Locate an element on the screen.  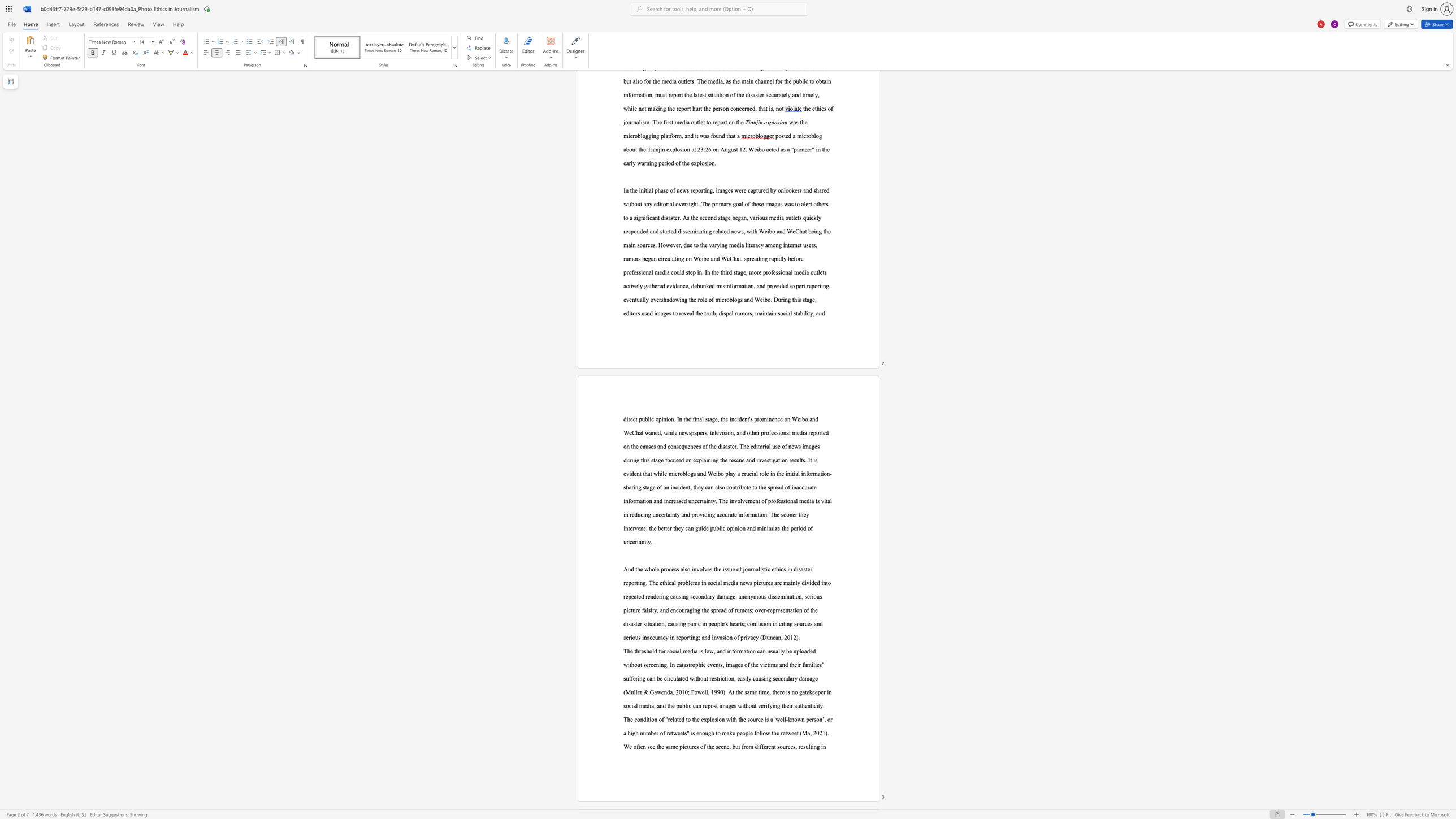
the subset text "related to the explosion wit" within the text "The threshold for social media is low, and information can usually be uploaded without screening. In catastrophic events, images of the victims and their families’ suffering can be circulated without restriction, easily causing secondary damage (Muller & Gawenda, 2010; Powell, 1990). At the same time, there is no gatekeeper in social media, and the public can repost images without verifying their authenticity. The condition of" is located at coordinates (668, 719).